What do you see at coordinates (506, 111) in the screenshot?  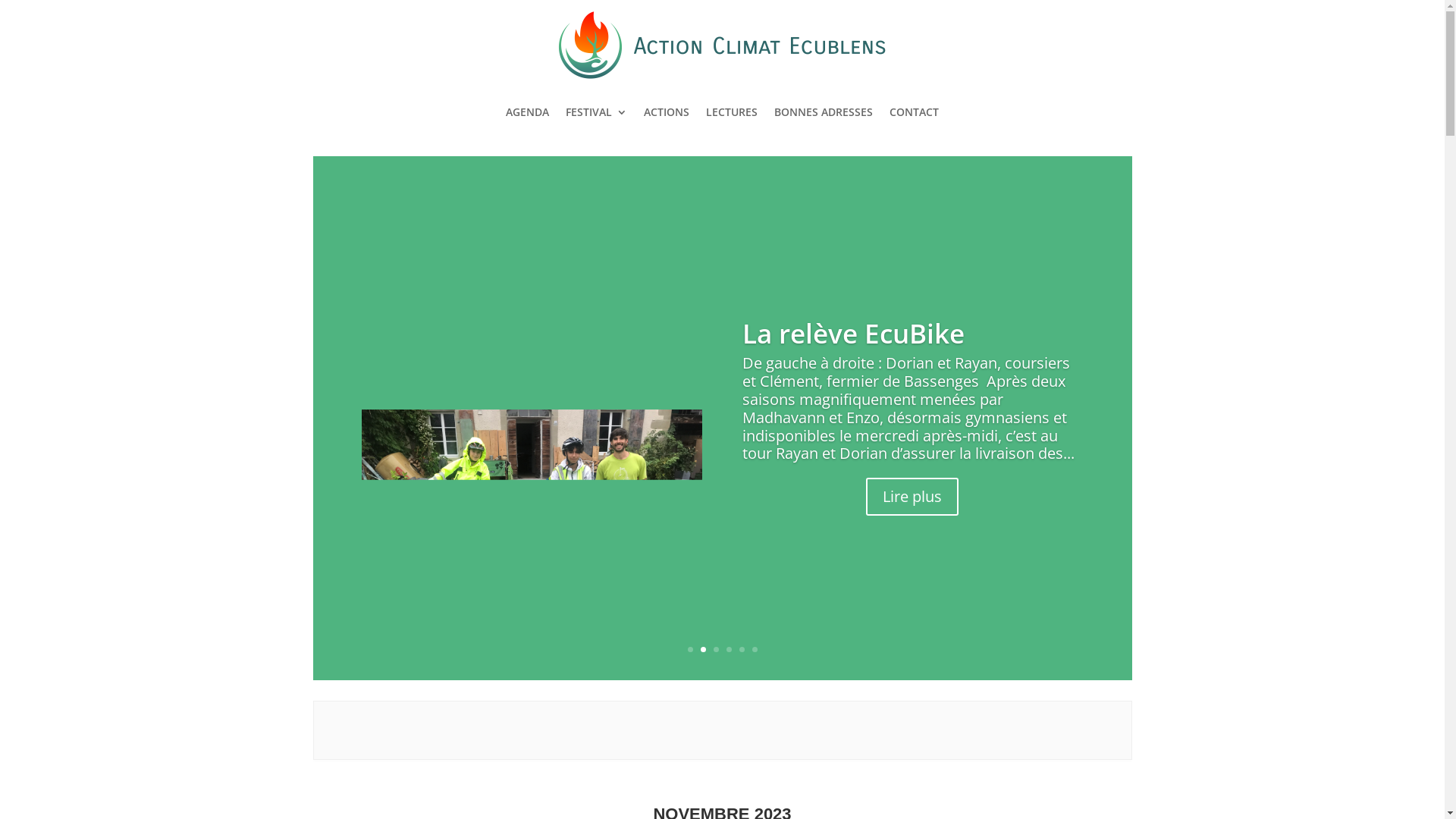 I see `'AGENDA'` at bounding box center [506, 111].